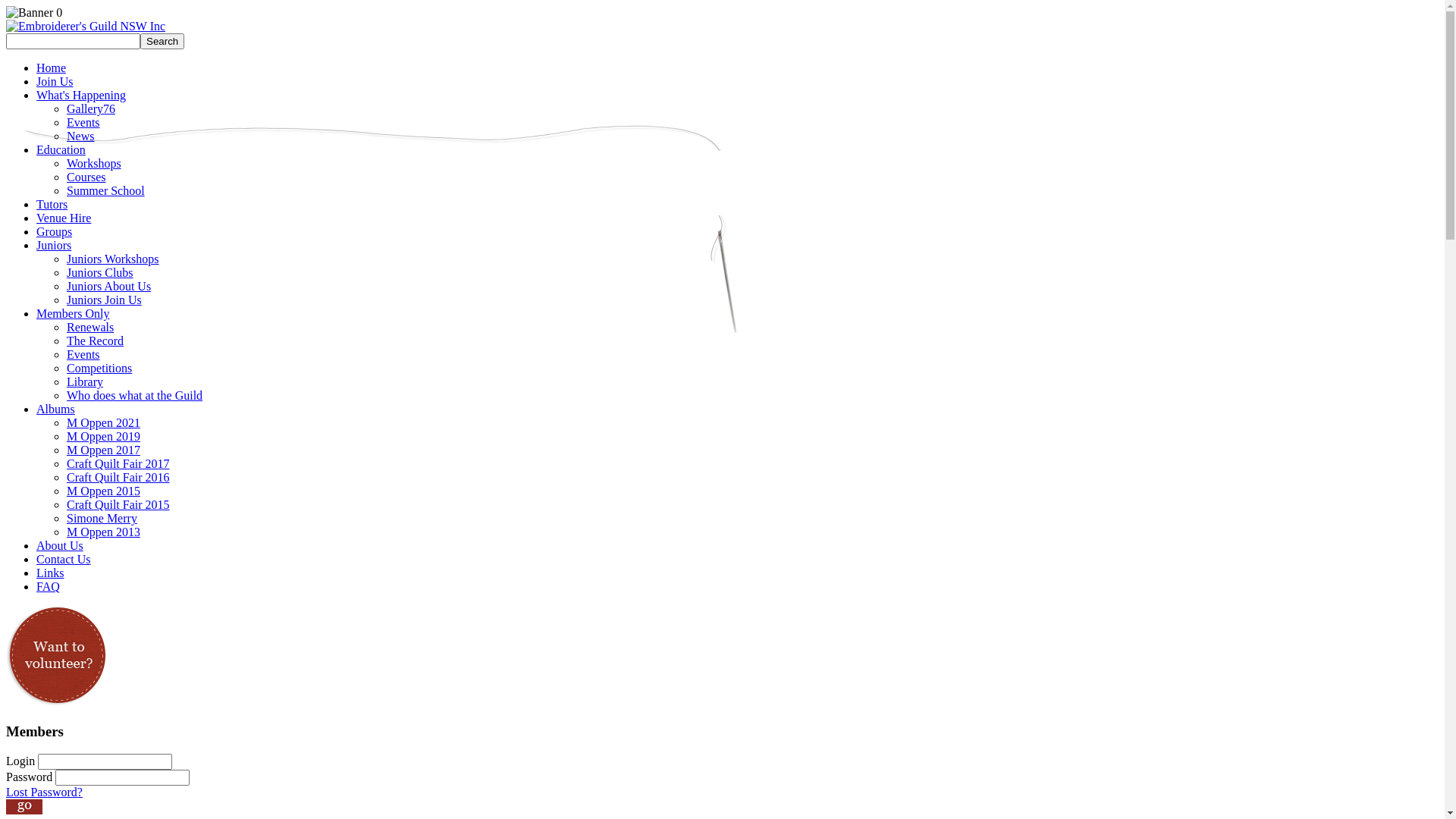 This screenshot has width=1456, height=819. Describe the element at coordinates (44, 791) in the screenshot. I see `'Lost Password?'` at that location.